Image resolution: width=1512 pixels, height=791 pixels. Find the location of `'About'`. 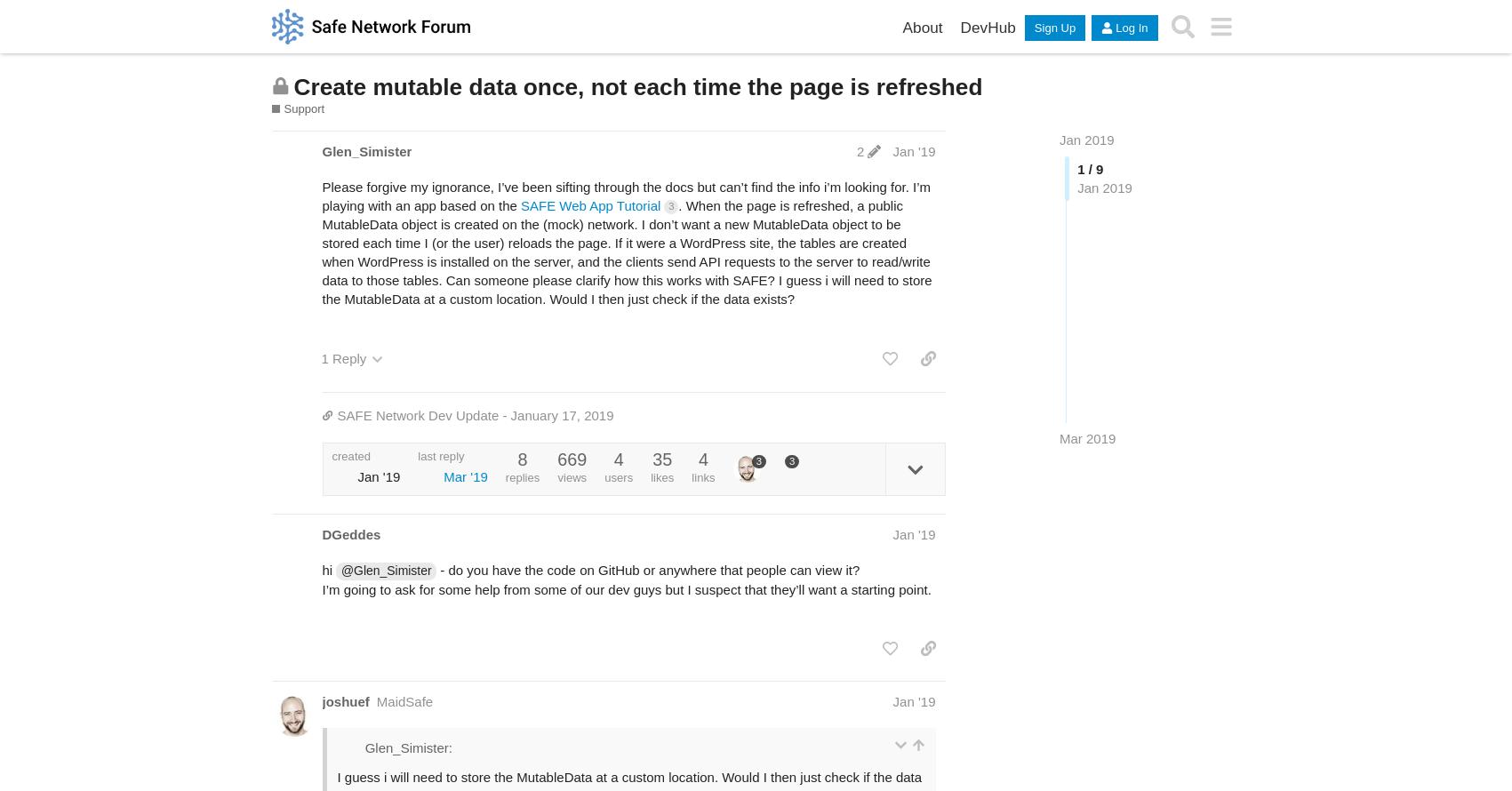

'About' is located at coordinates (901, 27).